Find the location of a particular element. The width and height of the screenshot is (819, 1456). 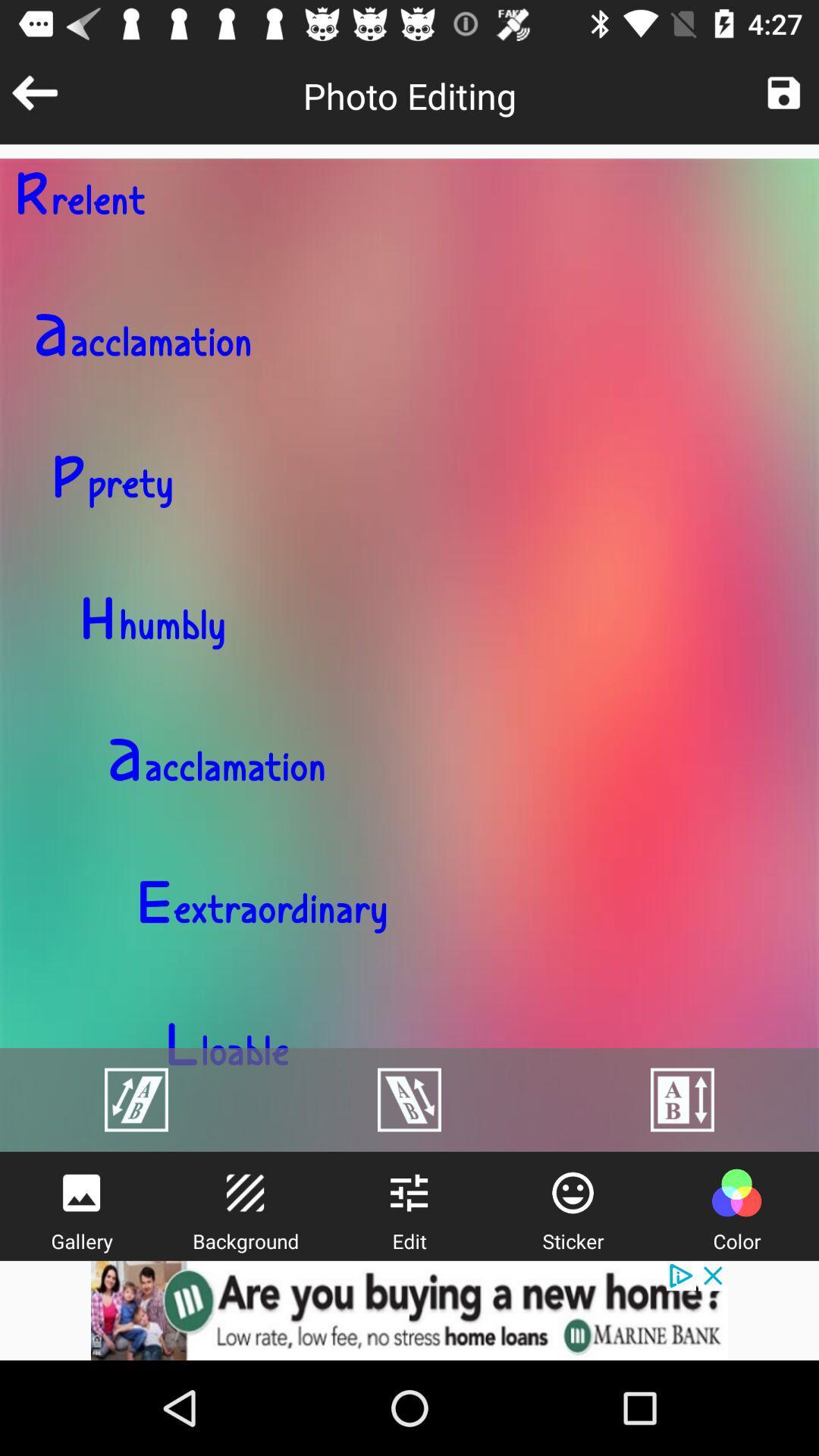

align words diagonally is located at coordinates (136, 1100).